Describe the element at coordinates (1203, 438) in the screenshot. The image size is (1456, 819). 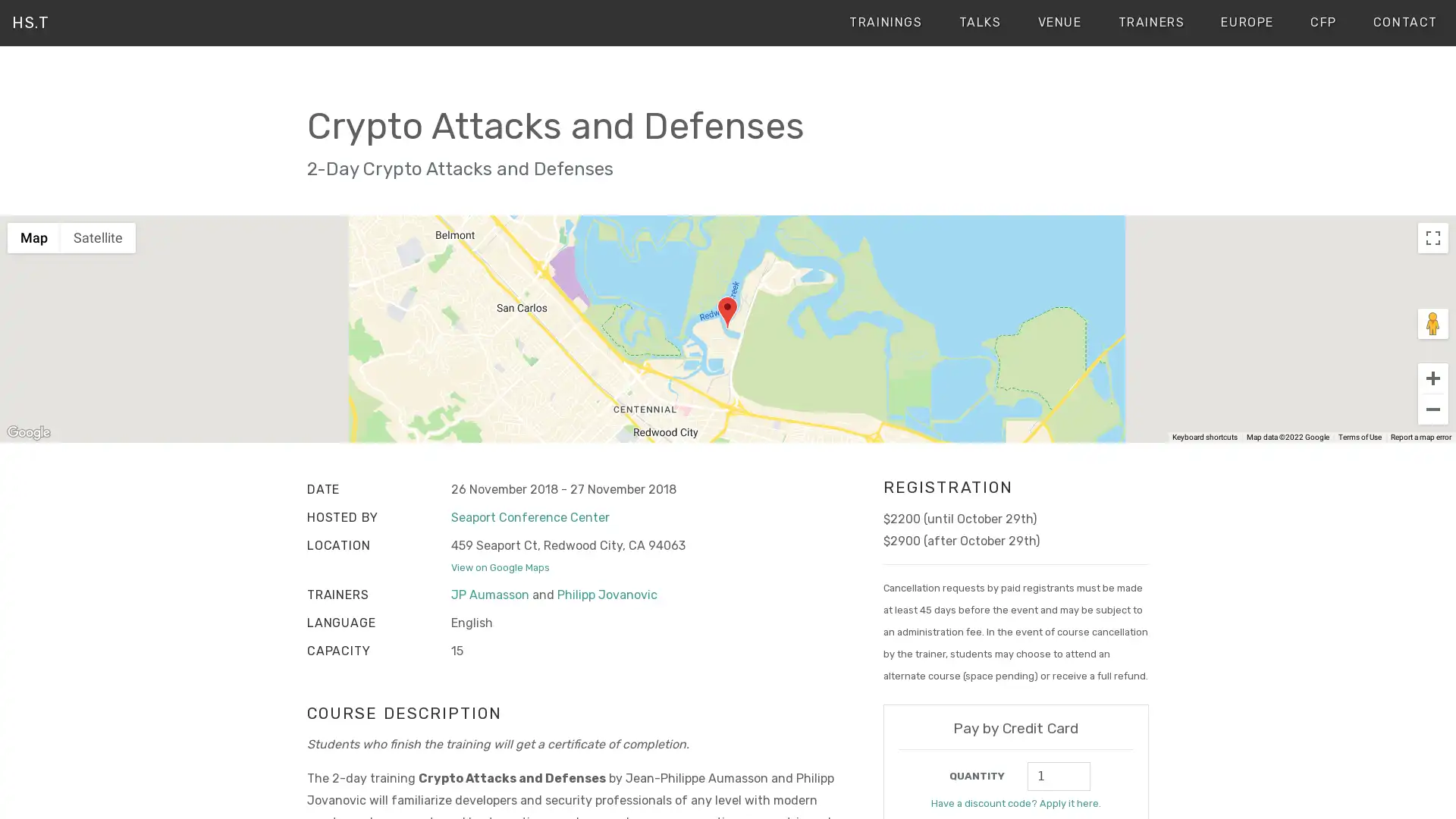
I see `Keyboard shortcuts` at that location.